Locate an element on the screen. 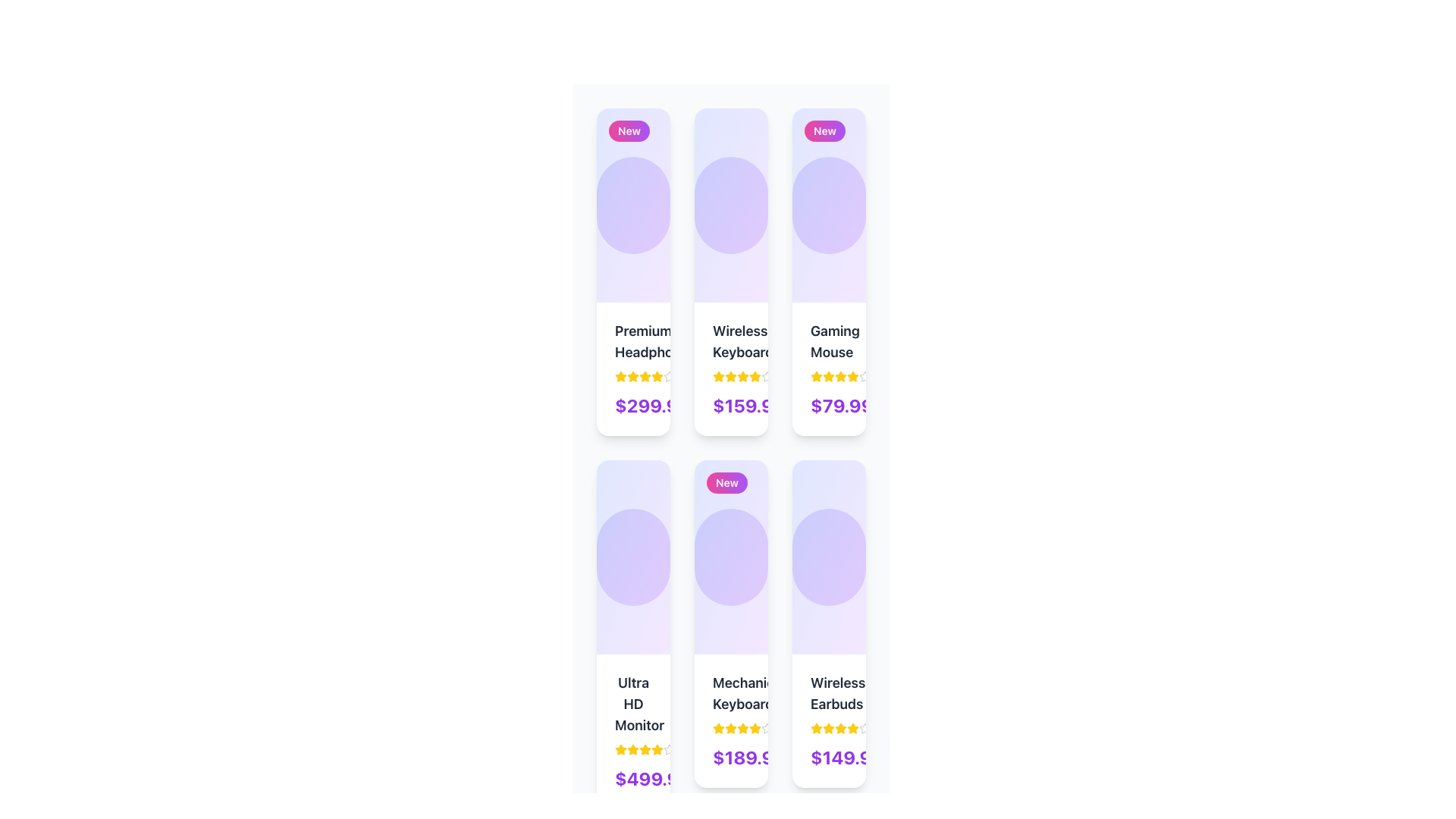  the third star icon in the rating system located below the 'Wireless Earbuds' item card is located at coordinates (839, 727).